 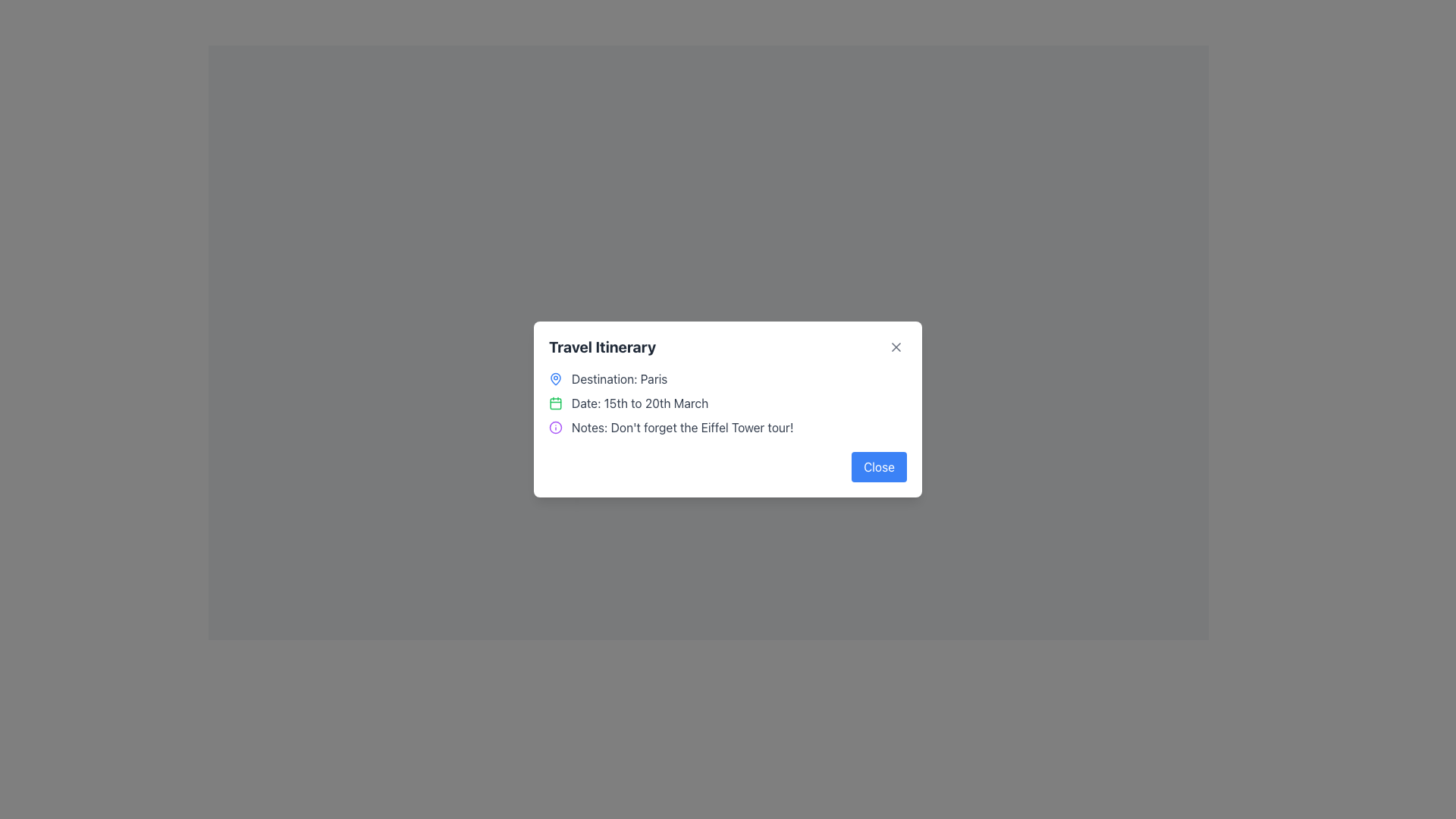 I want to click on the small icon resembling a diagonal cross located in the top-right corner of the 'Travel Itinerary' dialog box, so click(x=896, y=347).